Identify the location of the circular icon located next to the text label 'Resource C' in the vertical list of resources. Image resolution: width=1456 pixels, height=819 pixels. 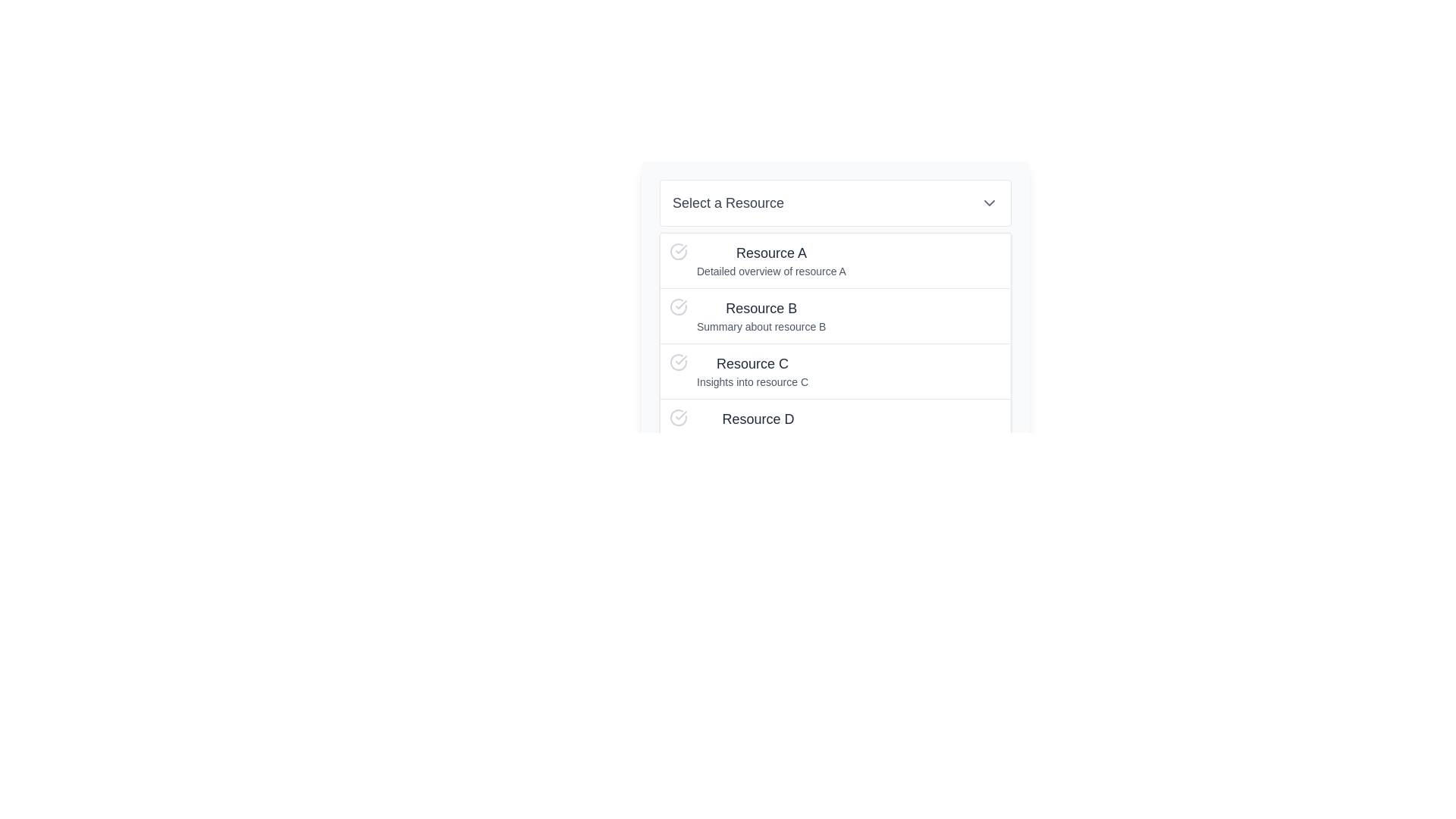
(677, 362).